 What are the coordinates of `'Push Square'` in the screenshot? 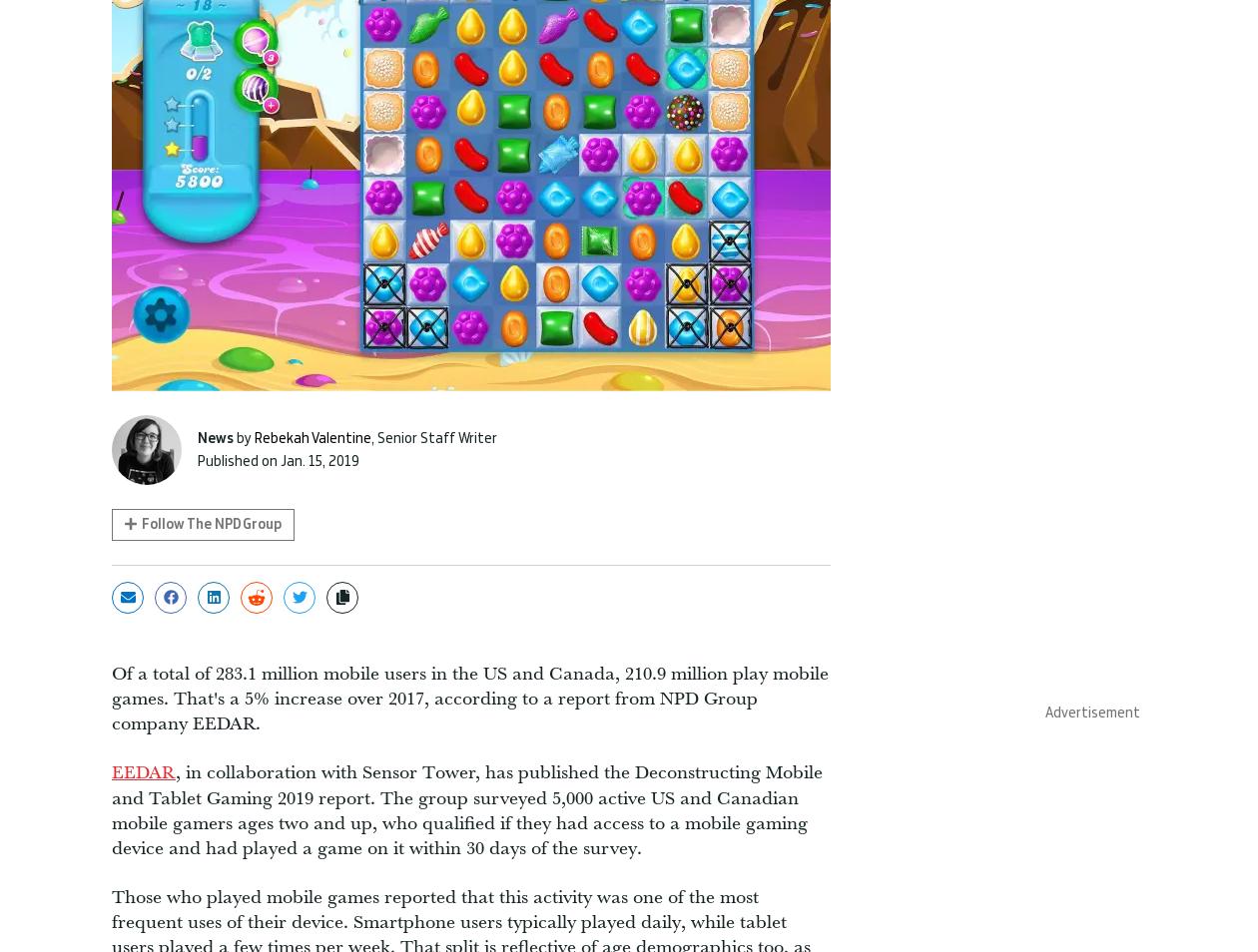 It's located at (1007, 568).